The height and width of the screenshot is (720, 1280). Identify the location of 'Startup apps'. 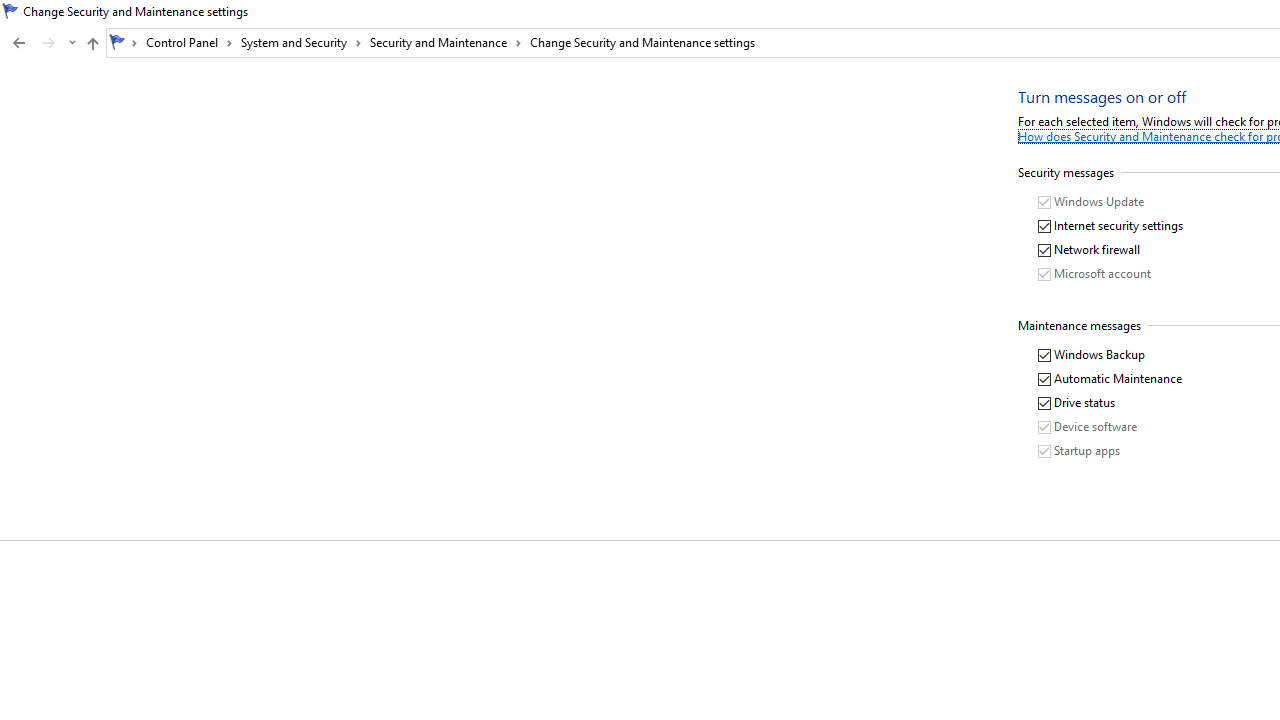
(1079, 451).